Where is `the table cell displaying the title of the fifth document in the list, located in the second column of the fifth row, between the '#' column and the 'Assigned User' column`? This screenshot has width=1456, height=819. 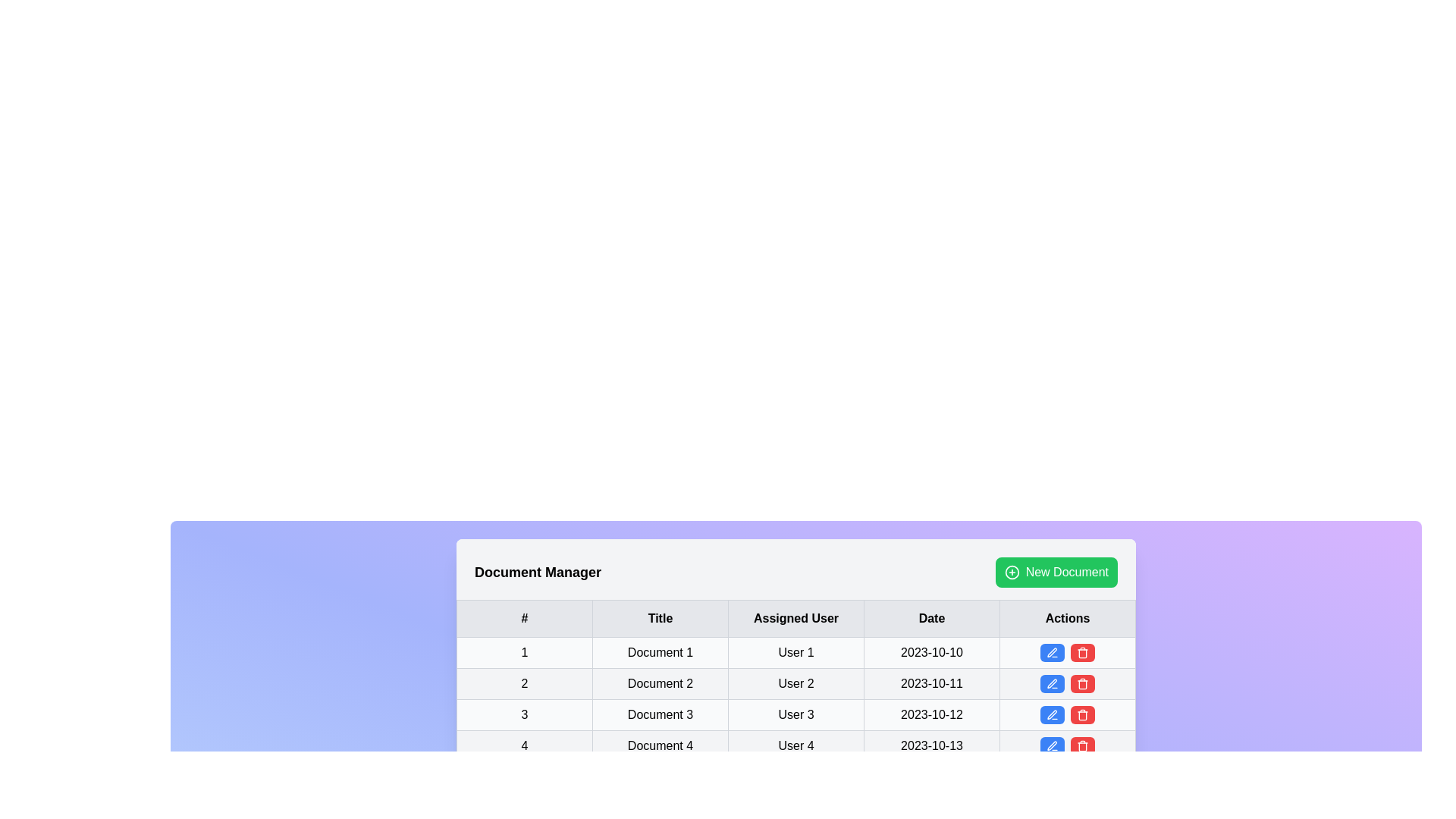
the table cell displaying the title of the fifth document in the list, located in the second column of the fifth row, between the '#' column and the 'Assigned User' column is located at coordinates (660, 777).